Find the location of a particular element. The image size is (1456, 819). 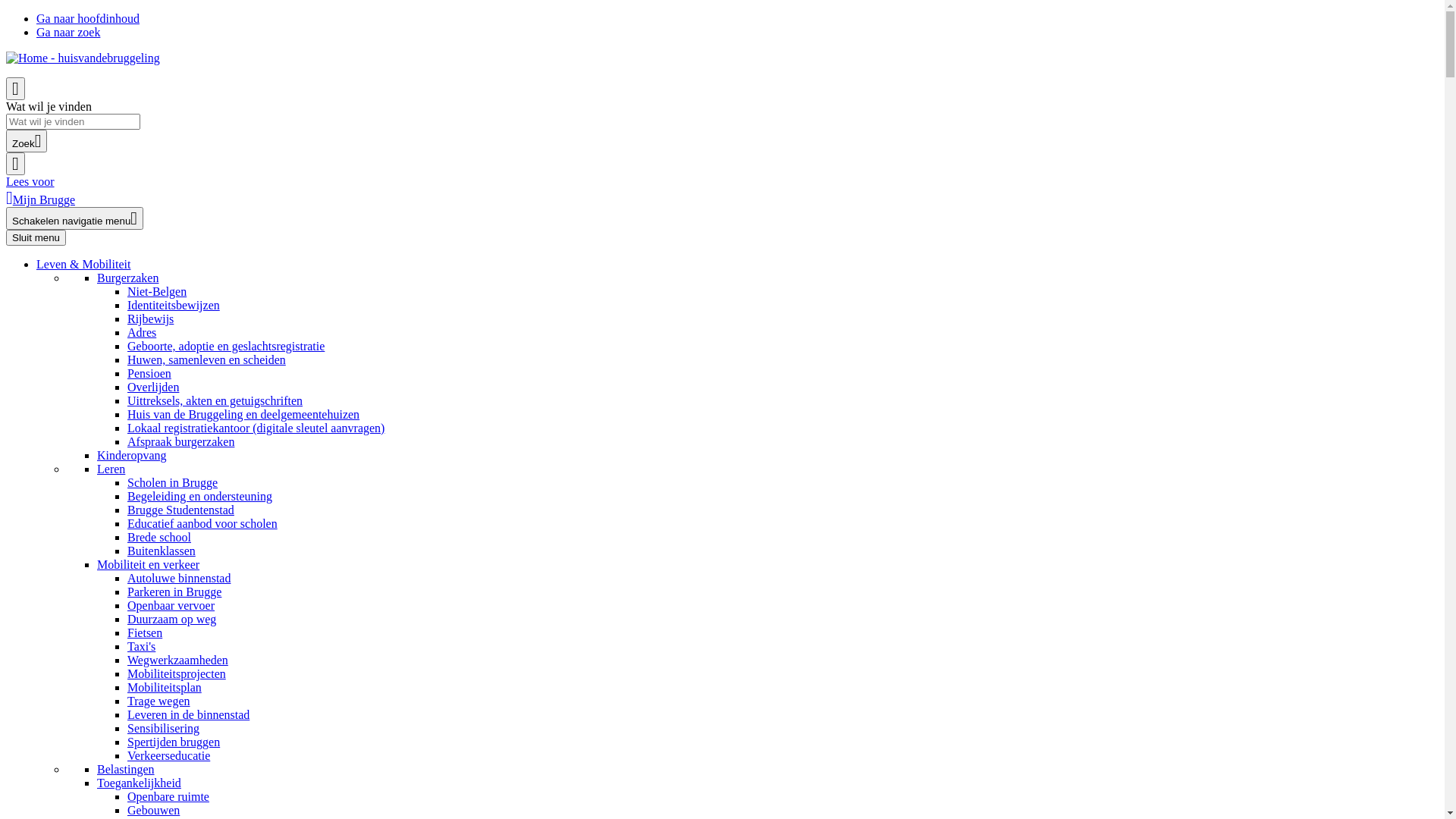

'Uittreksels, akten en getuigschriften' is located at coordinates (214, 400).